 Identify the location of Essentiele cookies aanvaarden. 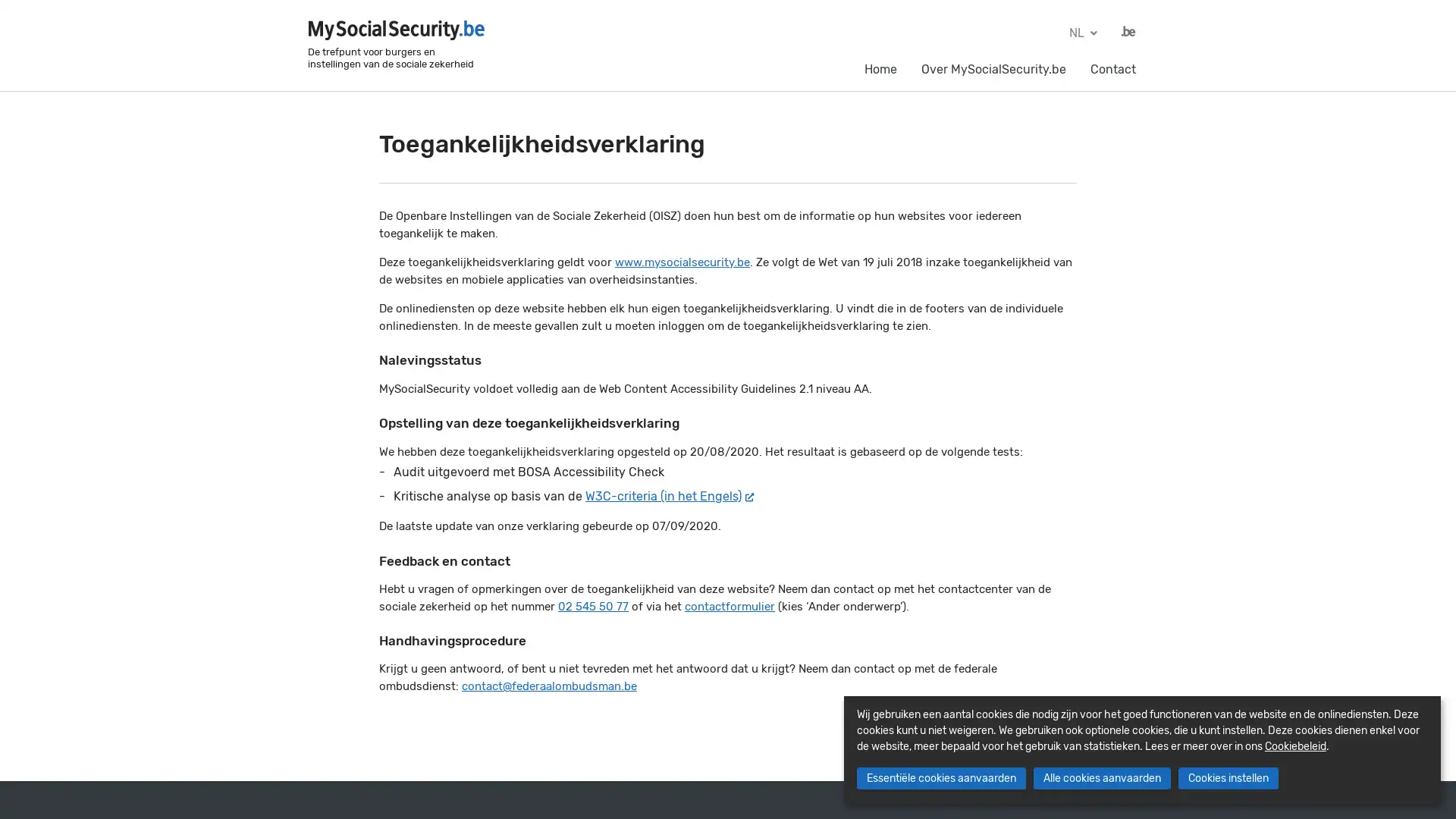
(940, 778).